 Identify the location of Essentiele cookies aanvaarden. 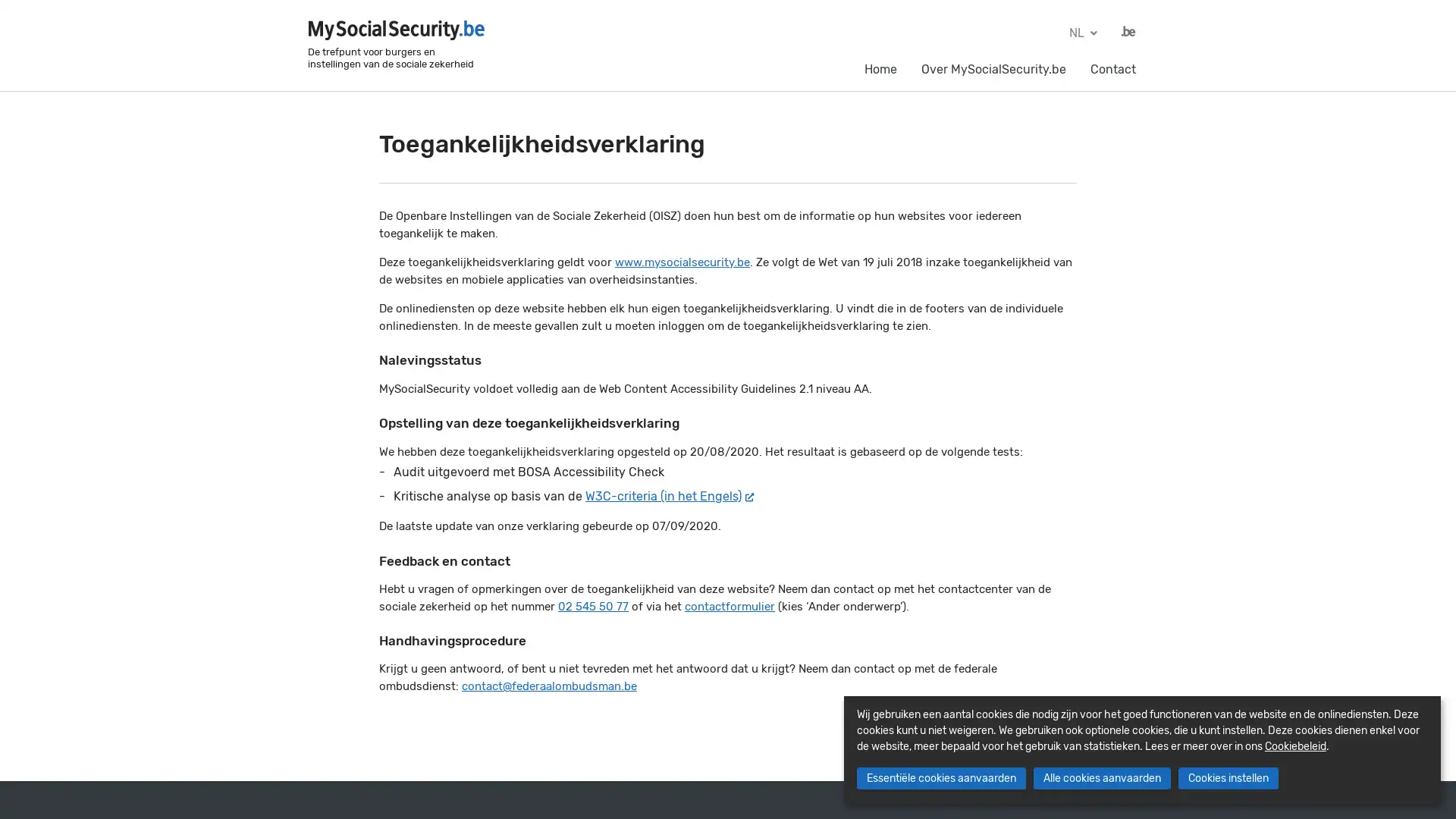
(940, 778).